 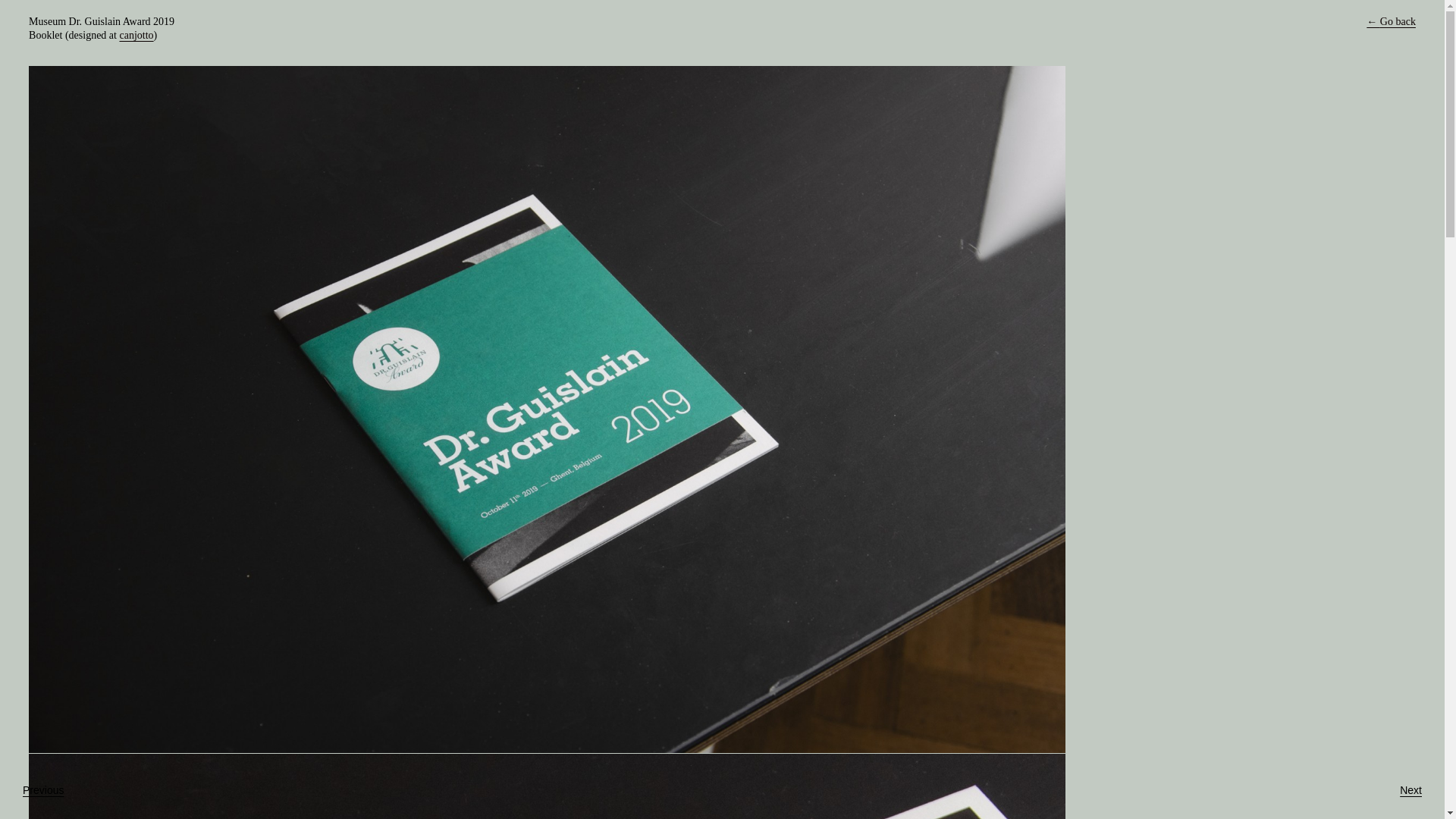 I want to click on 'canjotto', so click(x=136, y=34).